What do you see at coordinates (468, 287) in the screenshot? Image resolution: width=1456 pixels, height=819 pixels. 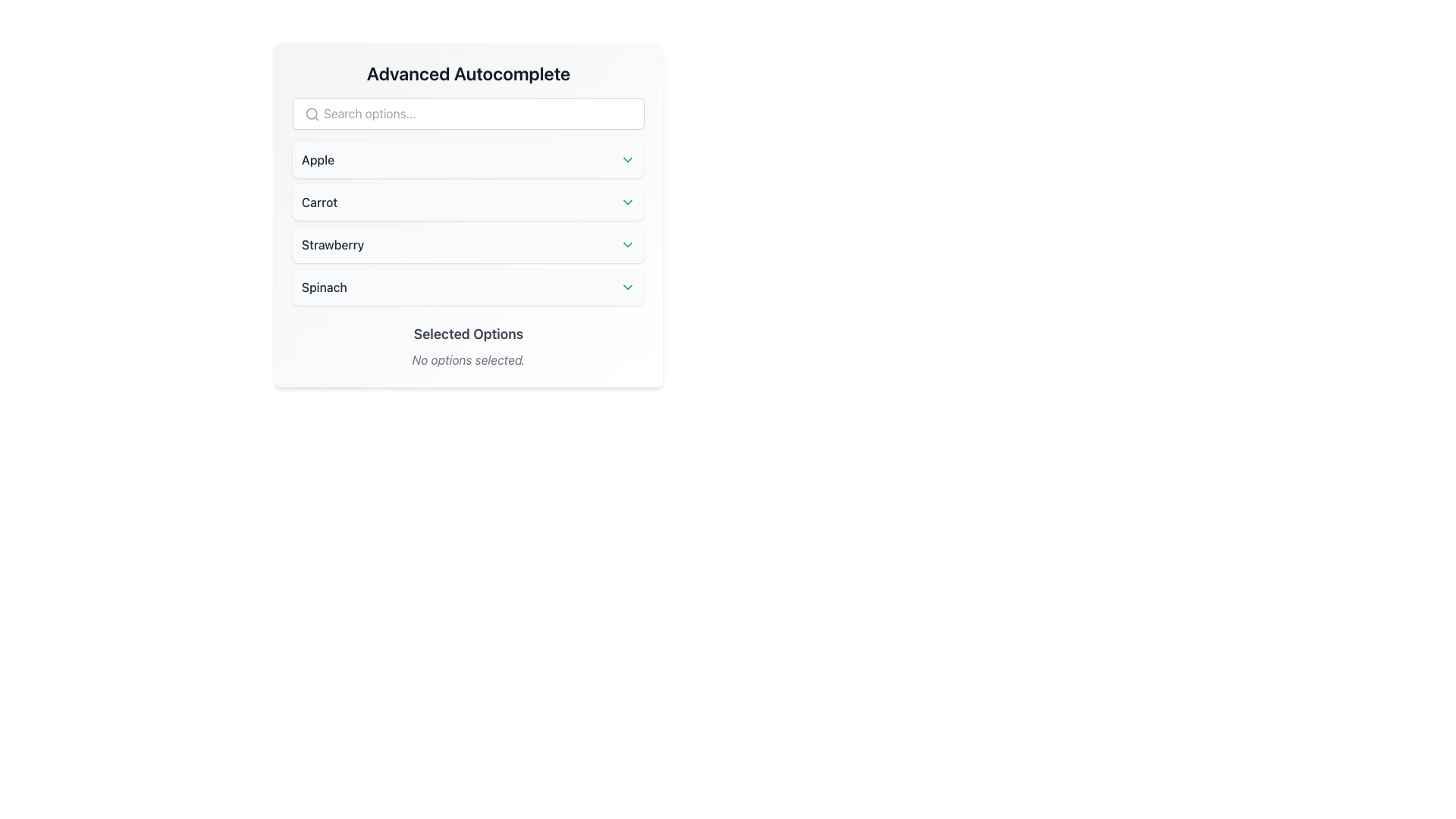 I see `the fourth interactive list item labeled 'Spinach'` at bounding box center [468, 287].